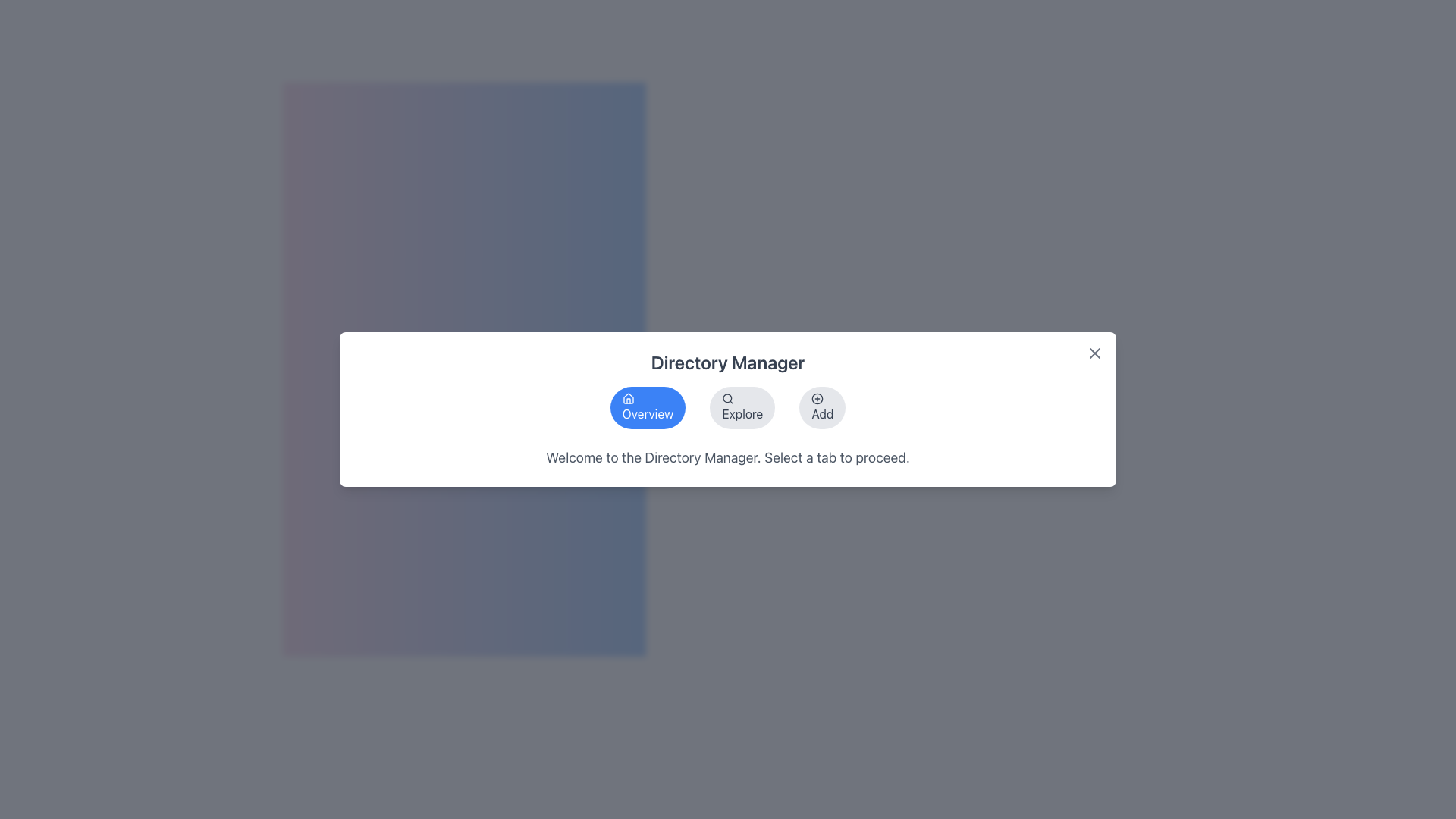 The width and height of the screenshot is (1456, 819). Describe the element at coordinates (628, 397) in the screenshot. I see `the house-shaped icon with geometric lines, styled in a minimalist design with a blue background, located inside the 'Overview' button on the left side` at that location.